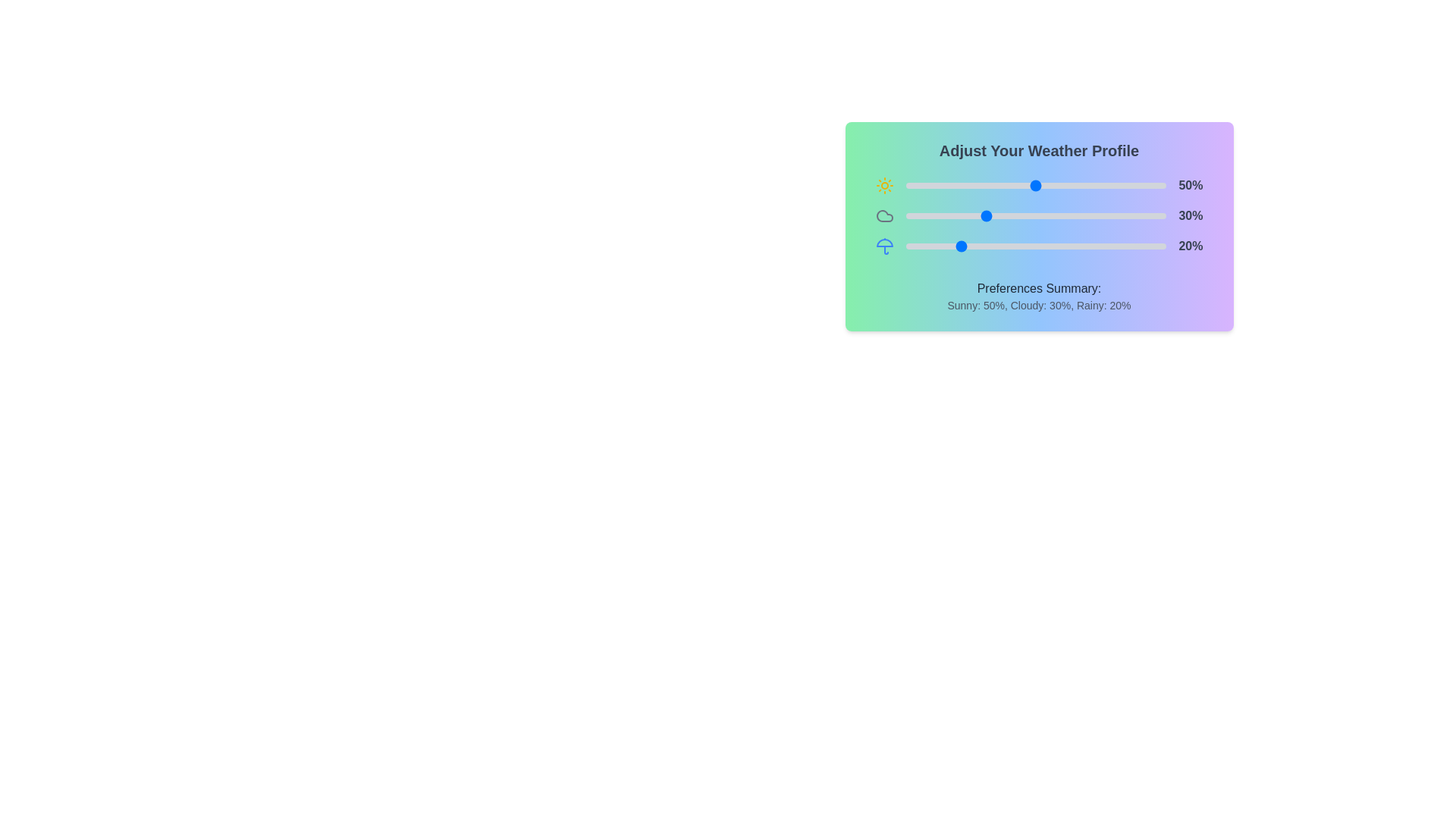 Image resolution: width=1456 pixels, height=819 pixels. Describe the element at coordinates (910, 245) in the screenshot. I see `the 'Rainy' slider to set its value to 2%` at that location.